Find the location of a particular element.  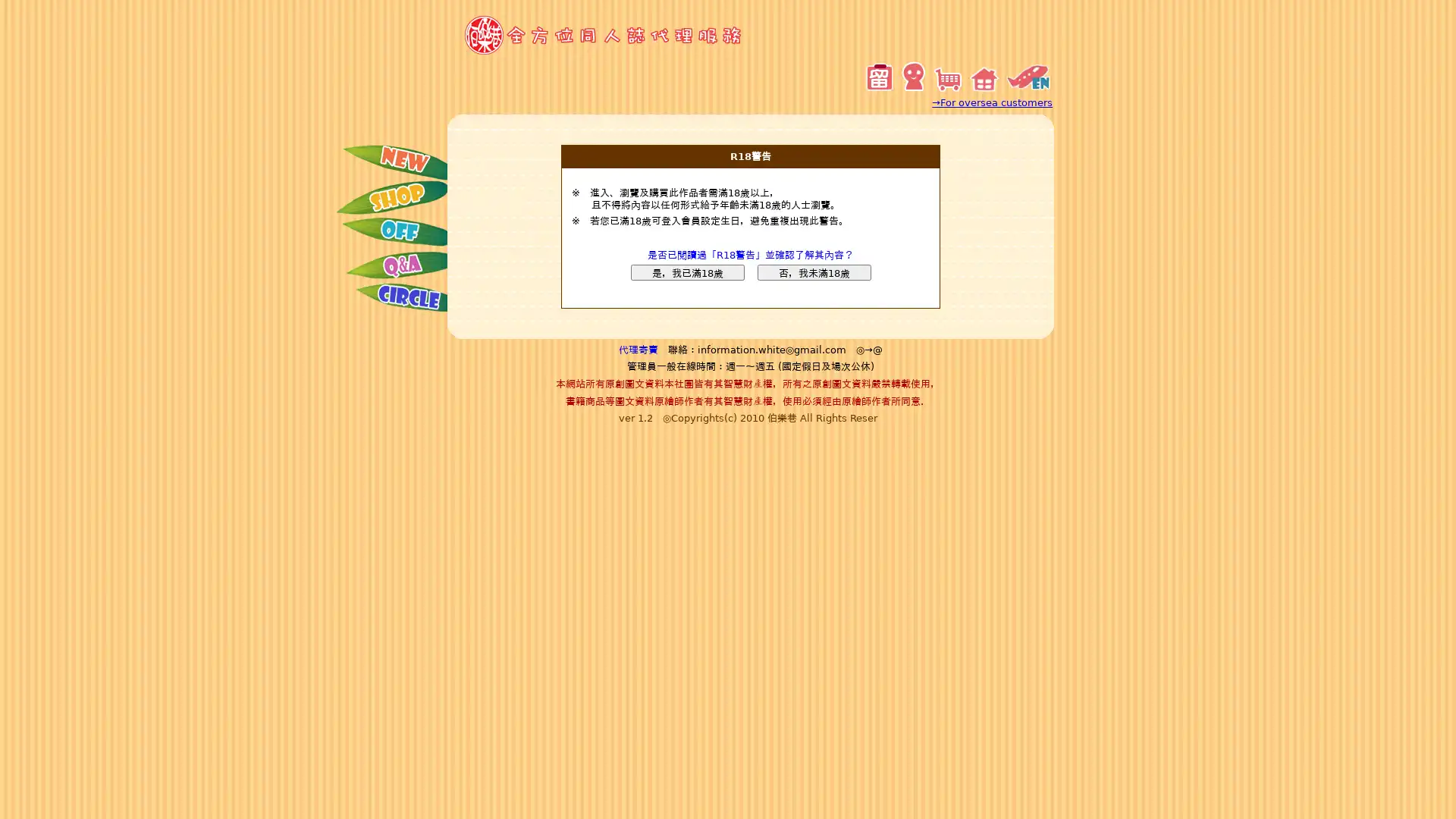

,18 is located at coordinates (686, 271).